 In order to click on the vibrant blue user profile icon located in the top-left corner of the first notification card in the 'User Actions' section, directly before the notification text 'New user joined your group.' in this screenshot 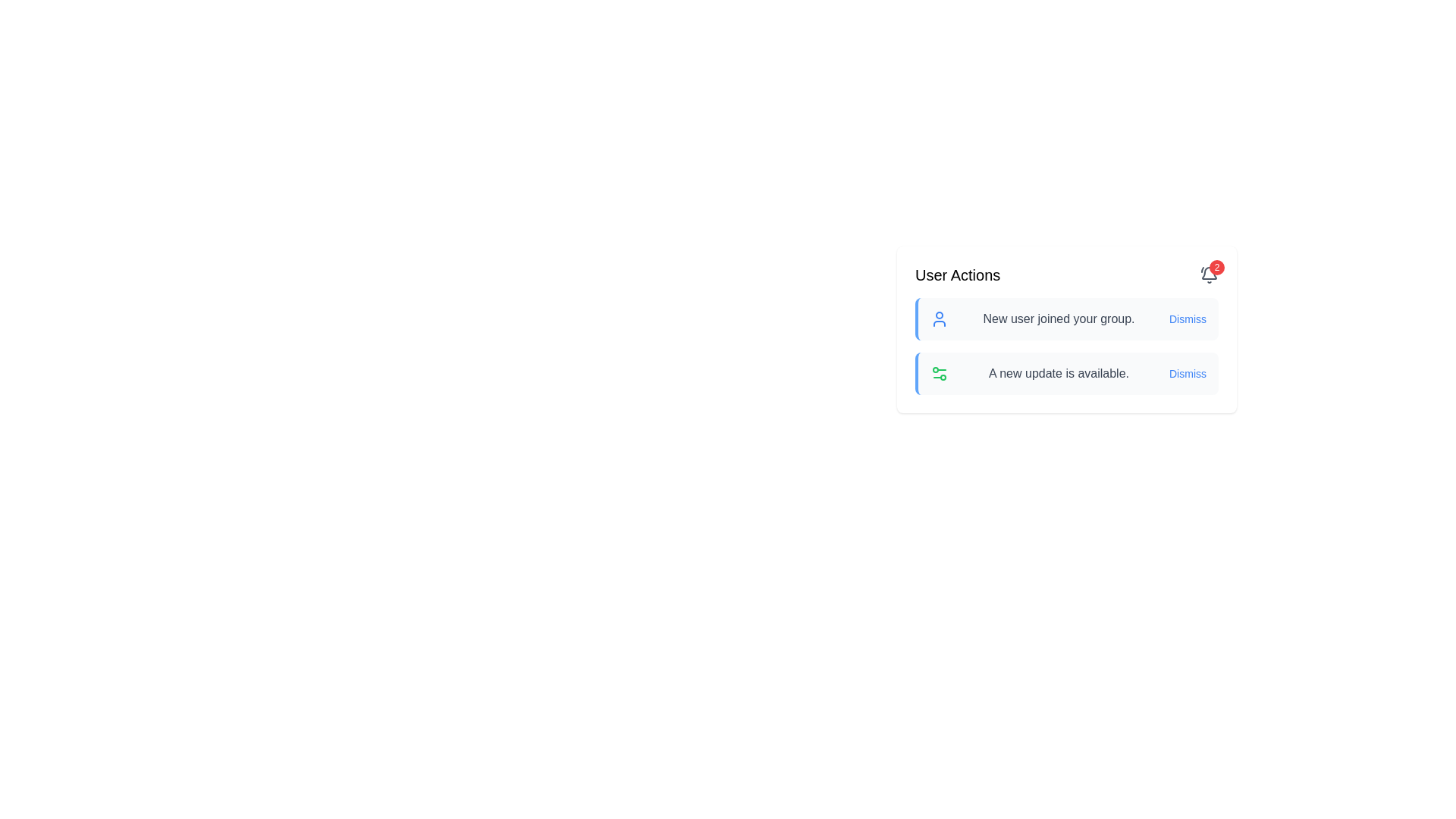, I will do `click(938, 318)`.